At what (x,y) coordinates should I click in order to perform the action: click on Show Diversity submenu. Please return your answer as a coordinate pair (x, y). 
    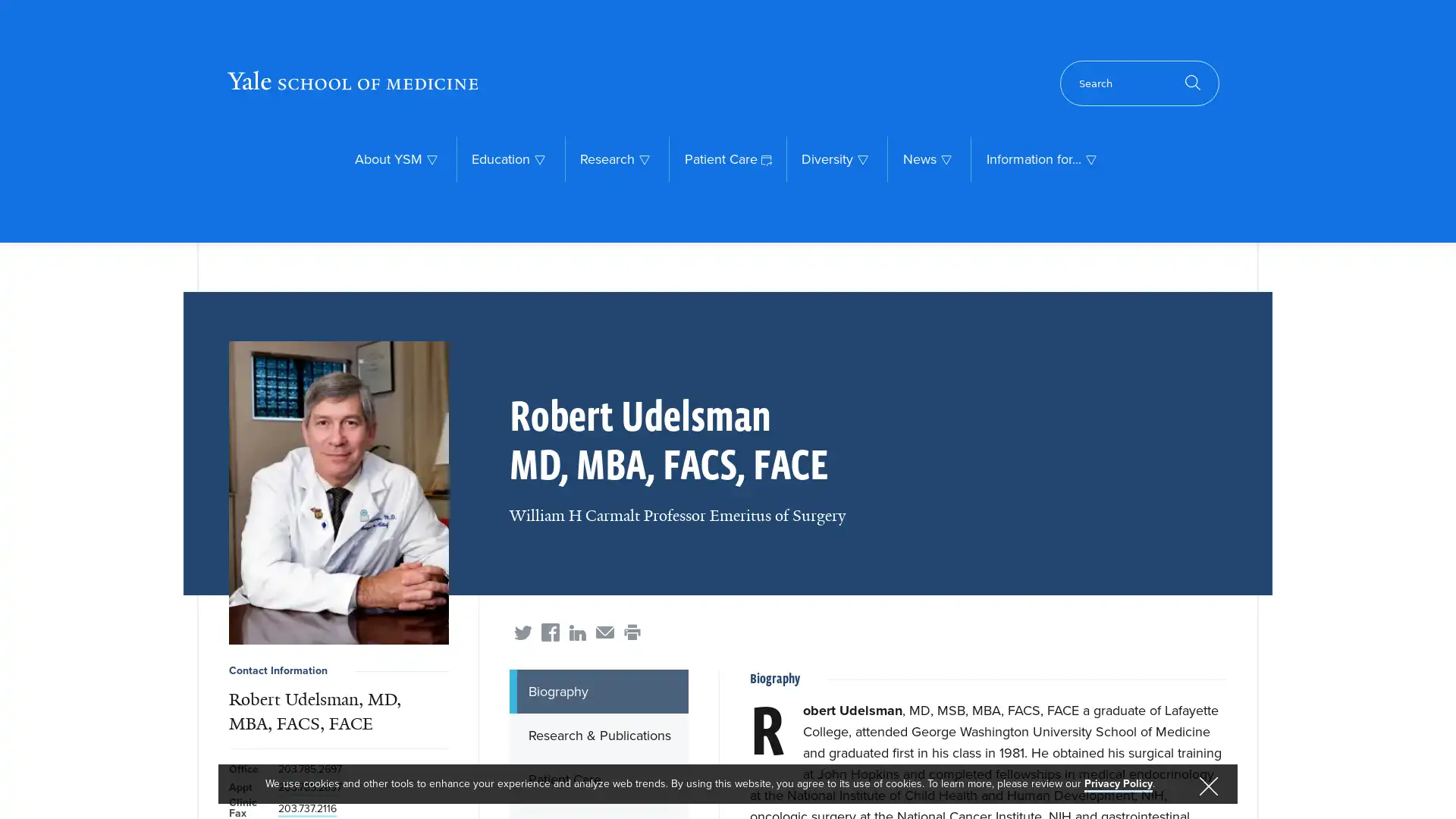
    Looking at the image, I should click on (862, 158).